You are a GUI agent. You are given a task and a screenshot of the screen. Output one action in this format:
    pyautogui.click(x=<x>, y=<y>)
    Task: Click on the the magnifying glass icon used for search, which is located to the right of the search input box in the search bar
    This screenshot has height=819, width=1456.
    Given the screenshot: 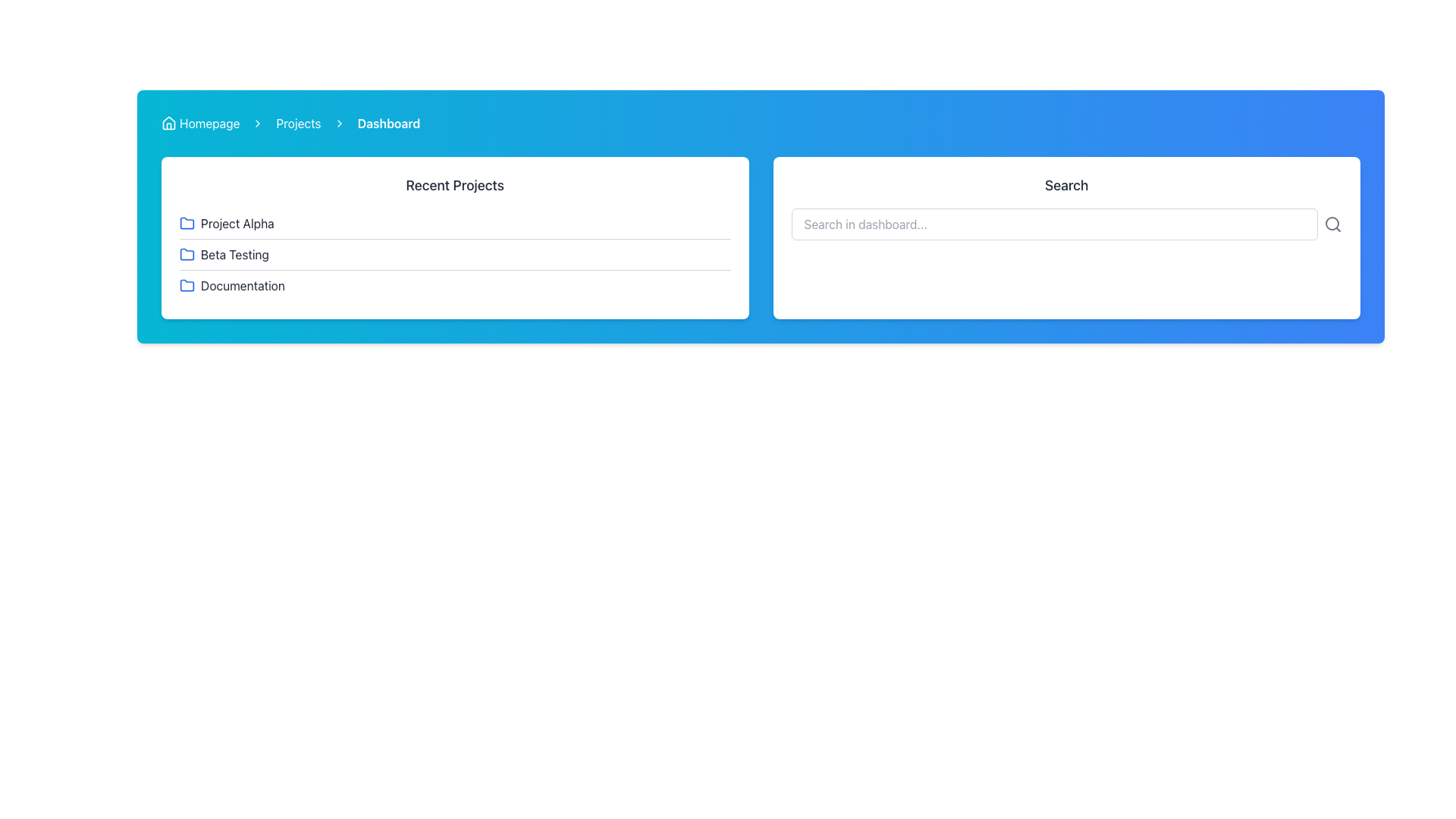 What is the action you would take?
    pyautogui.click(x=1332, y=224)
    